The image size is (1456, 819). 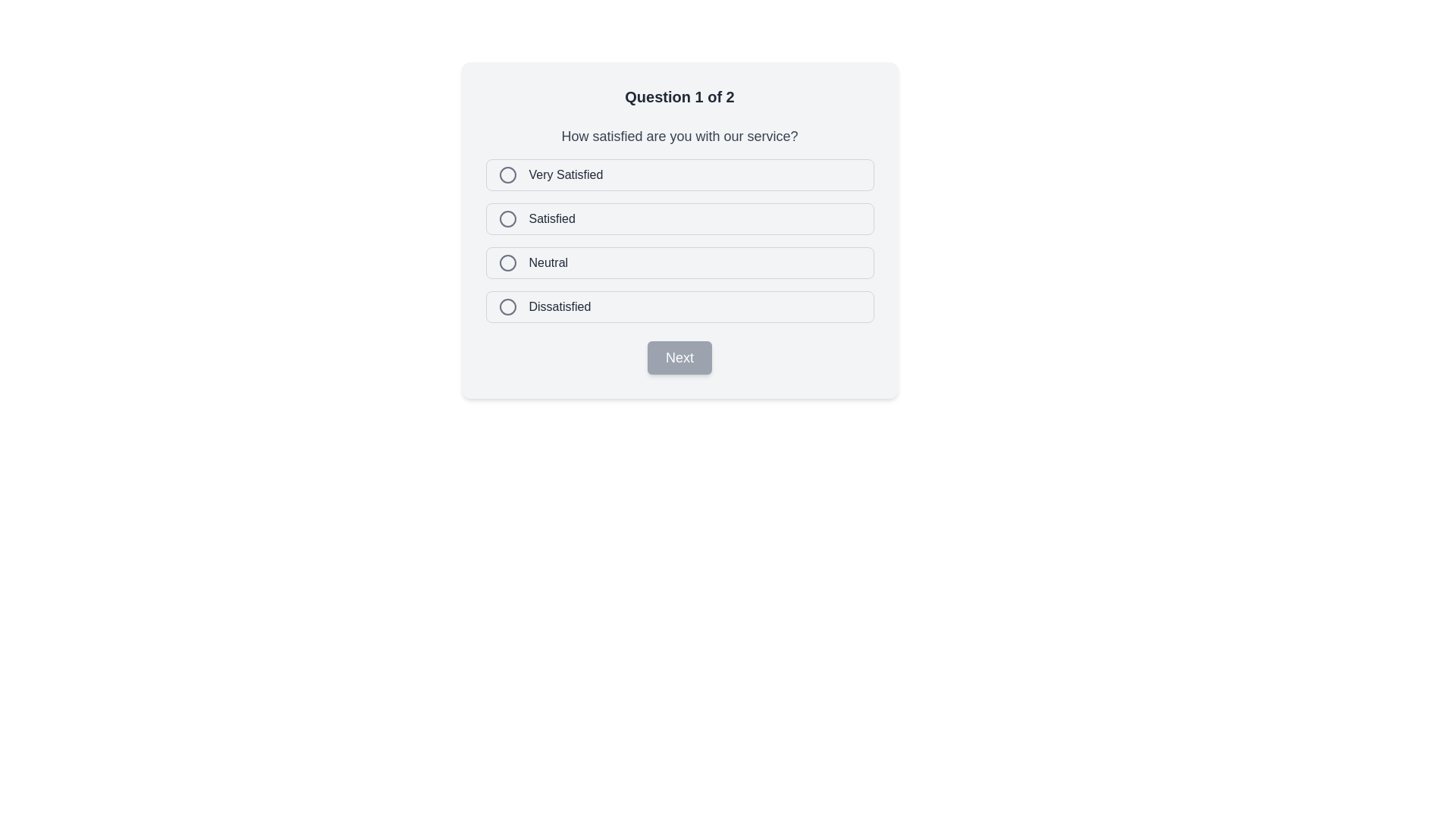 I want to click on the fourth radio button option in the satisfaction level list, so click(x=679, y=307).